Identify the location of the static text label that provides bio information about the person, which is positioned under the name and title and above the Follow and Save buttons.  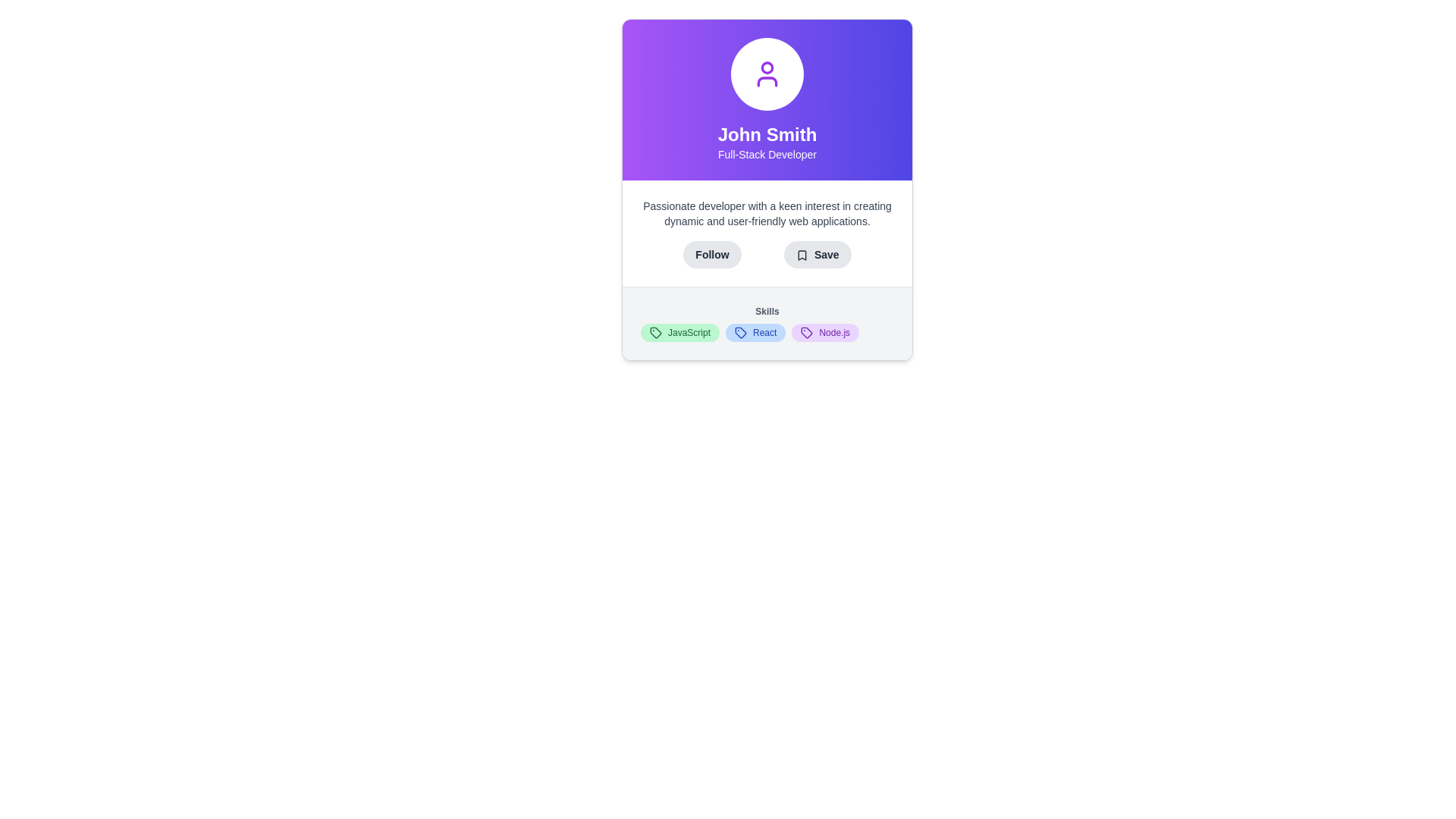
(767, 213).